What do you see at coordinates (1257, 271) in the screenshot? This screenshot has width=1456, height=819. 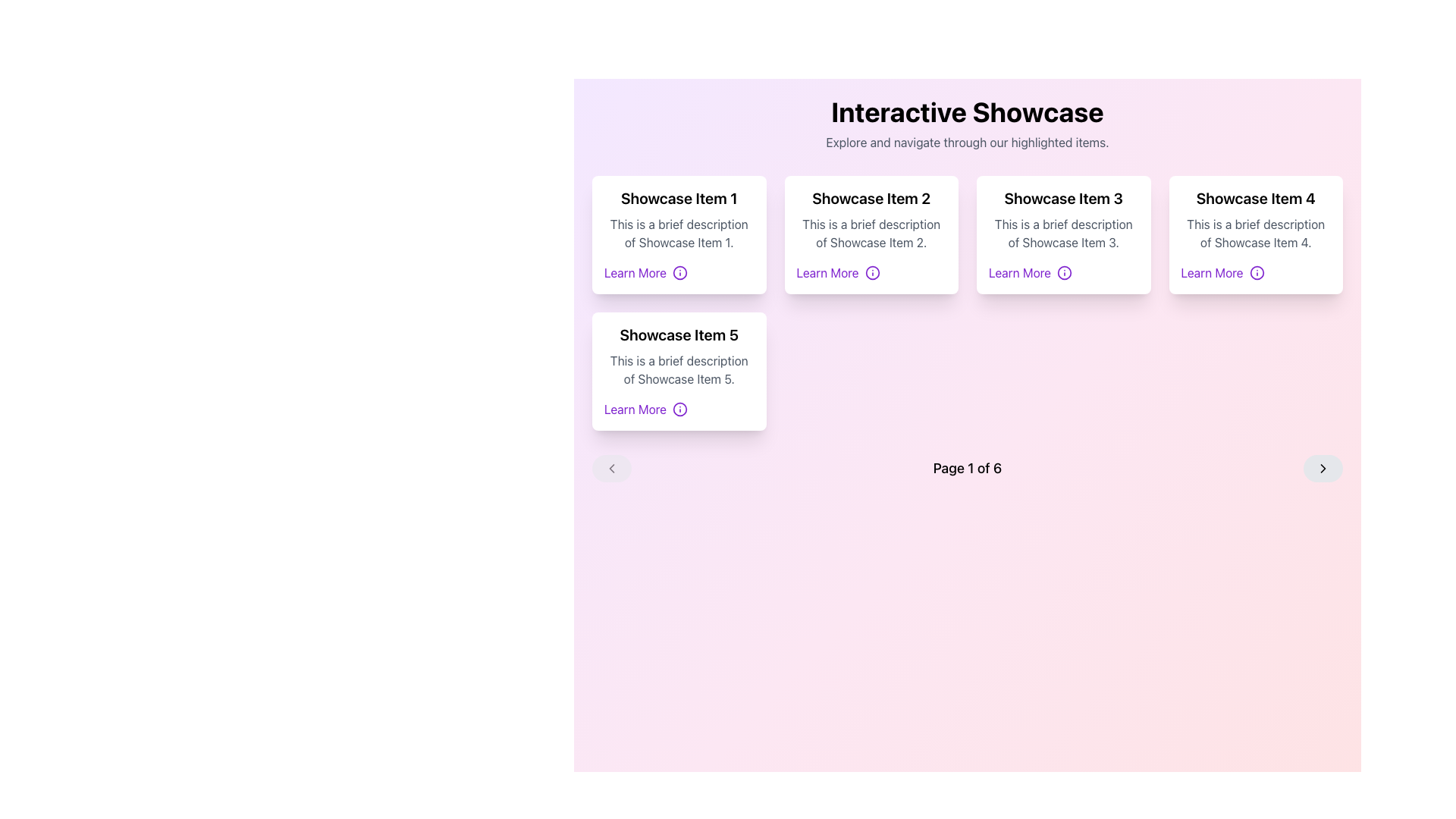 I see `the info icon SVG element located within the 'Learn More' hyperlink in the description card for 'Showcase Item 4', positioned in the fourth column of the first row of the grid` at bounding box center [1257, 271].